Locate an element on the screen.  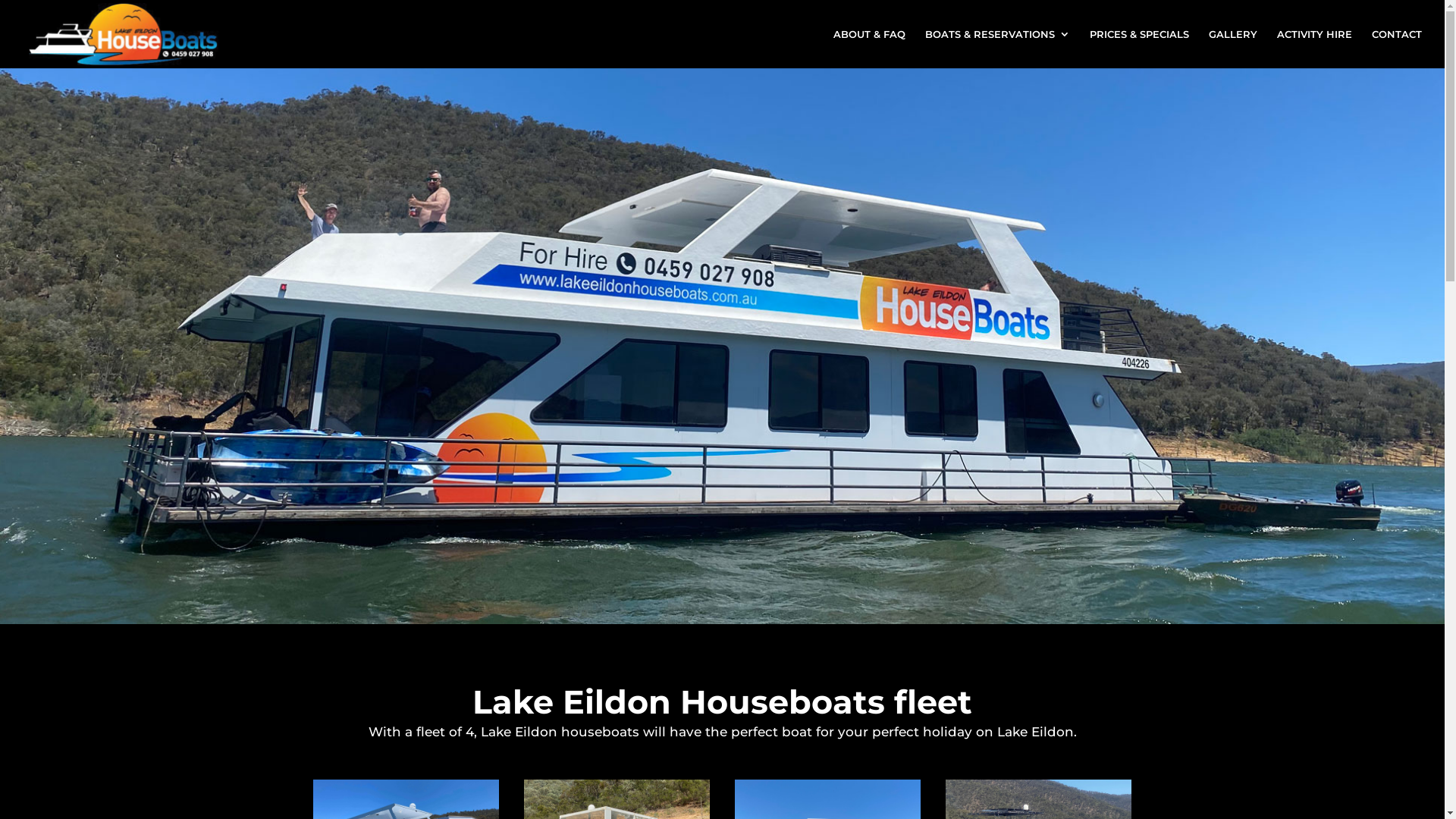
'CONTACT' is located at coordinates (1396, 48).